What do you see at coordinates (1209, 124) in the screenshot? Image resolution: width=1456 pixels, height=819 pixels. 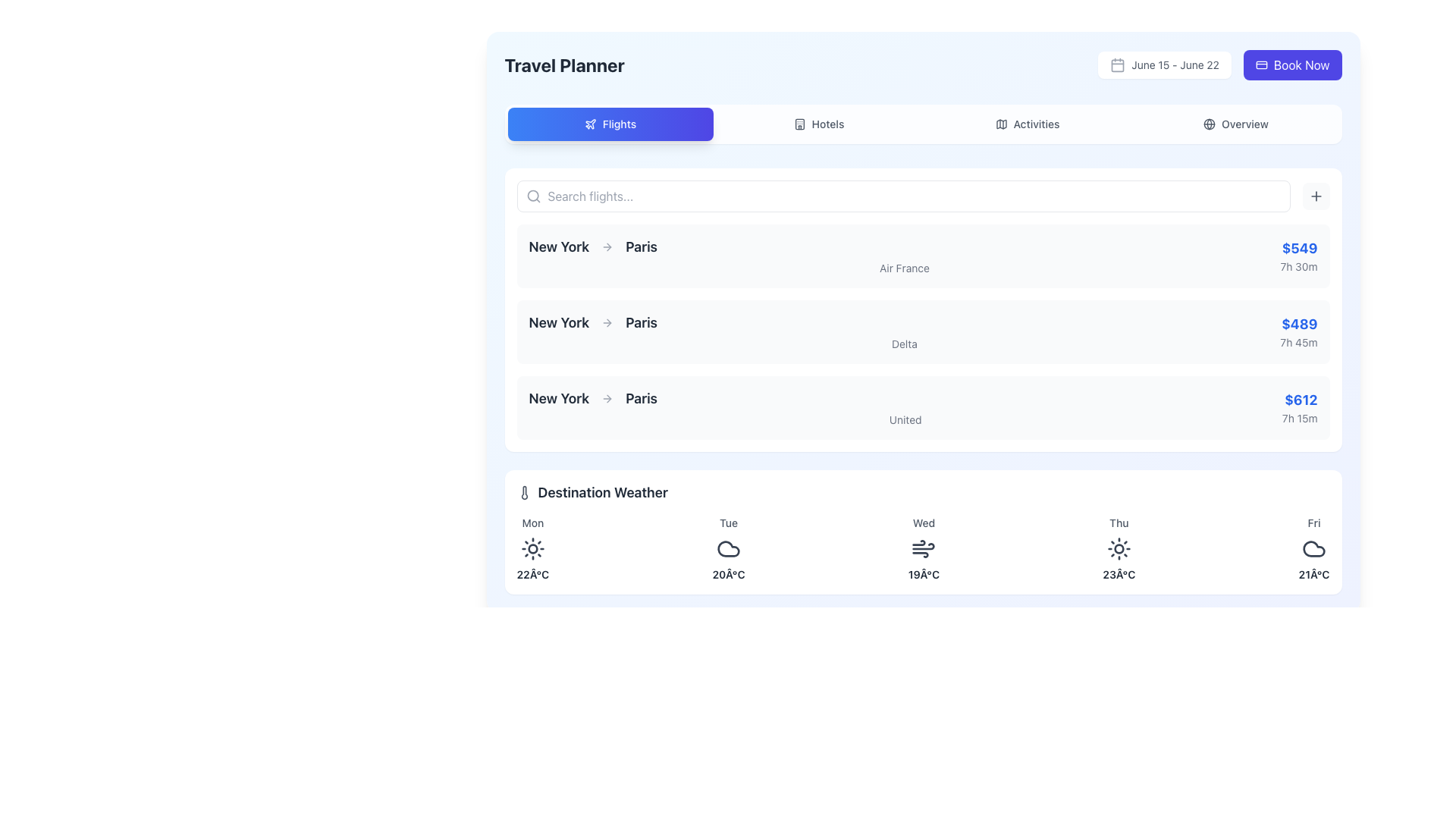 I see `the circular globe icon located in the 'Overview' tab, positioned to the left of the tab's label text` at bounding box center [1209, 124].